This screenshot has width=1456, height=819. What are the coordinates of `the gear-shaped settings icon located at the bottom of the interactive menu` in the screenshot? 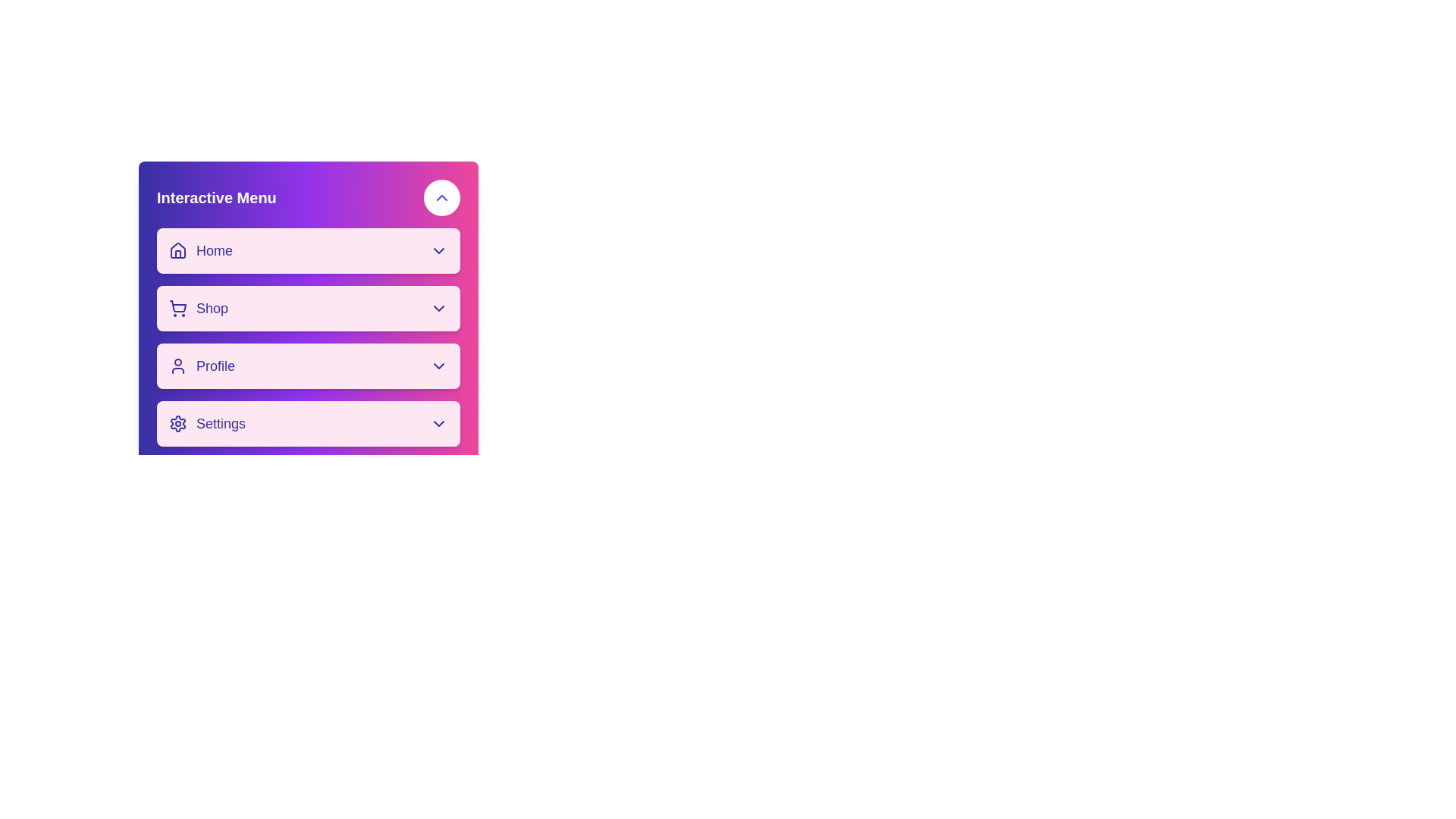 It's located at (178, 424).